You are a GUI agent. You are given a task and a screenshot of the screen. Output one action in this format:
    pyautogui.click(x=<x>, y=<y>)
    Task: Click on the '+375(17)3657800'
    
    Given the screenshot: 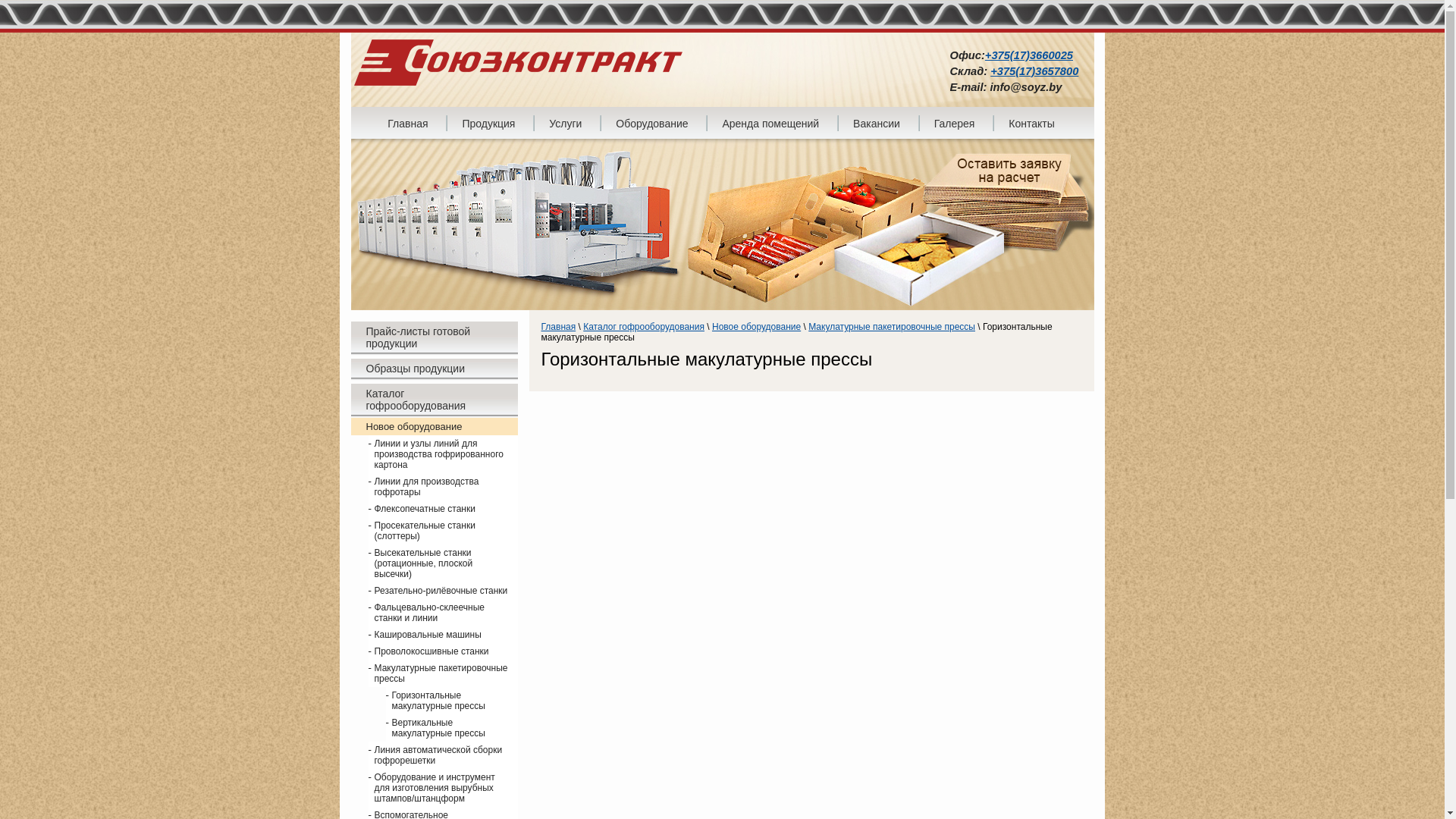 What is the action you would take?
    pyautogui.click(x=990, y=71)
    